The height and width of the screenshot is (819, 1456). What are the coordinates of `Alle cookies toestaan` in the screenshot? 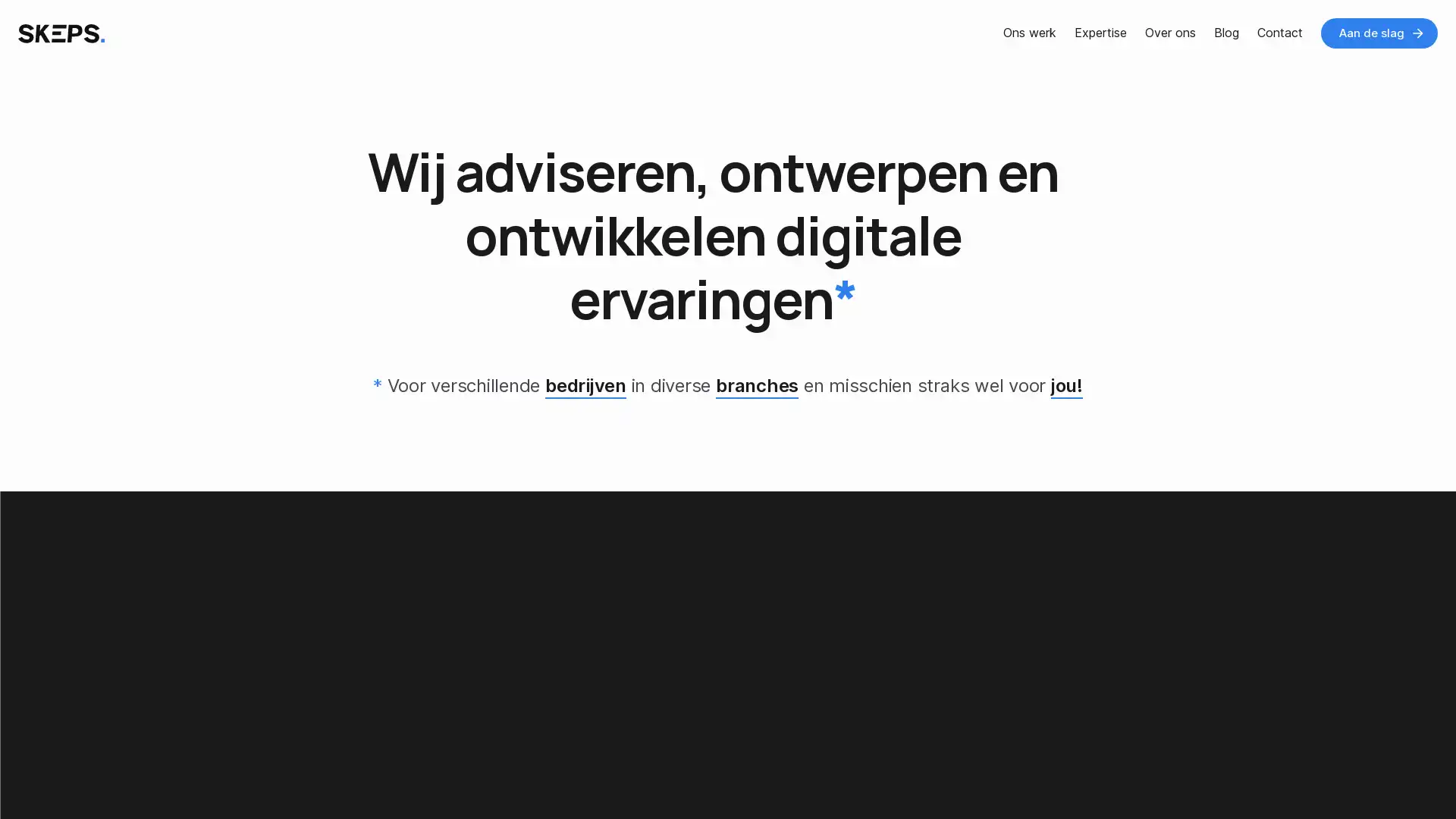 It's located at (299, 776).